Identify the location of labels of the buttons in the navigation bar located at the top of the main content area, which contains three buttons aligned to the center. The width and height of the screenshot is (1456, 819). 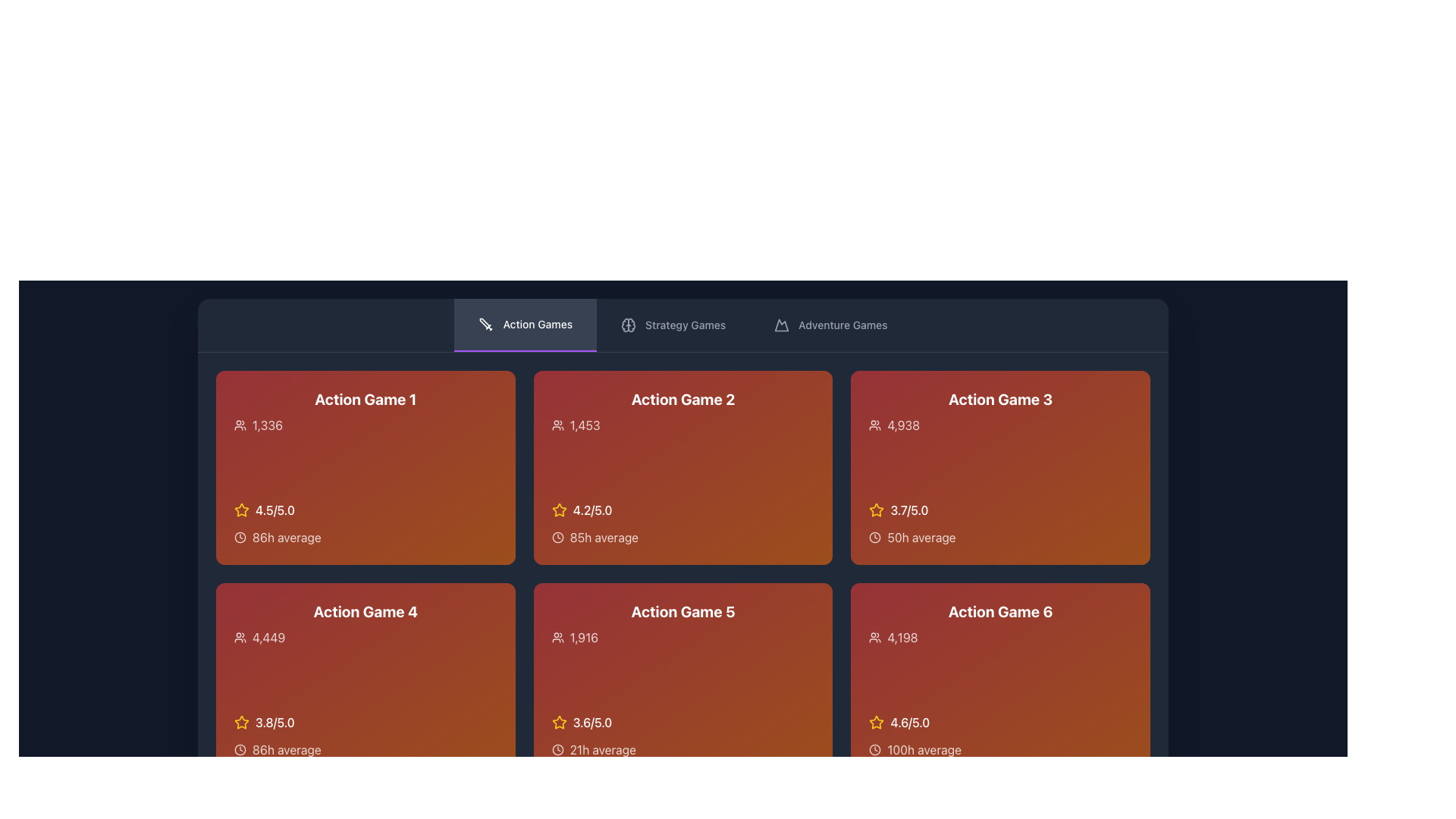
(682, 325).